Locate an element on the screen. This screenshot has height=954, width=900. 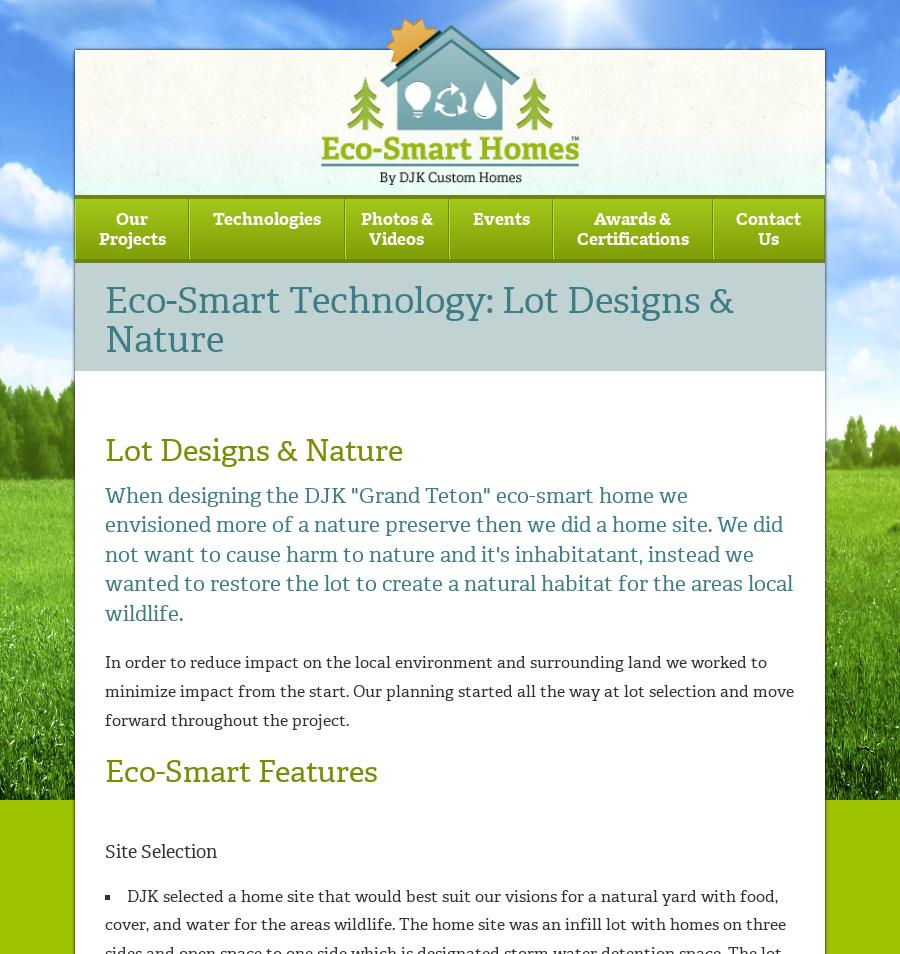
'Technologies' is located at coordinates (265, 216).